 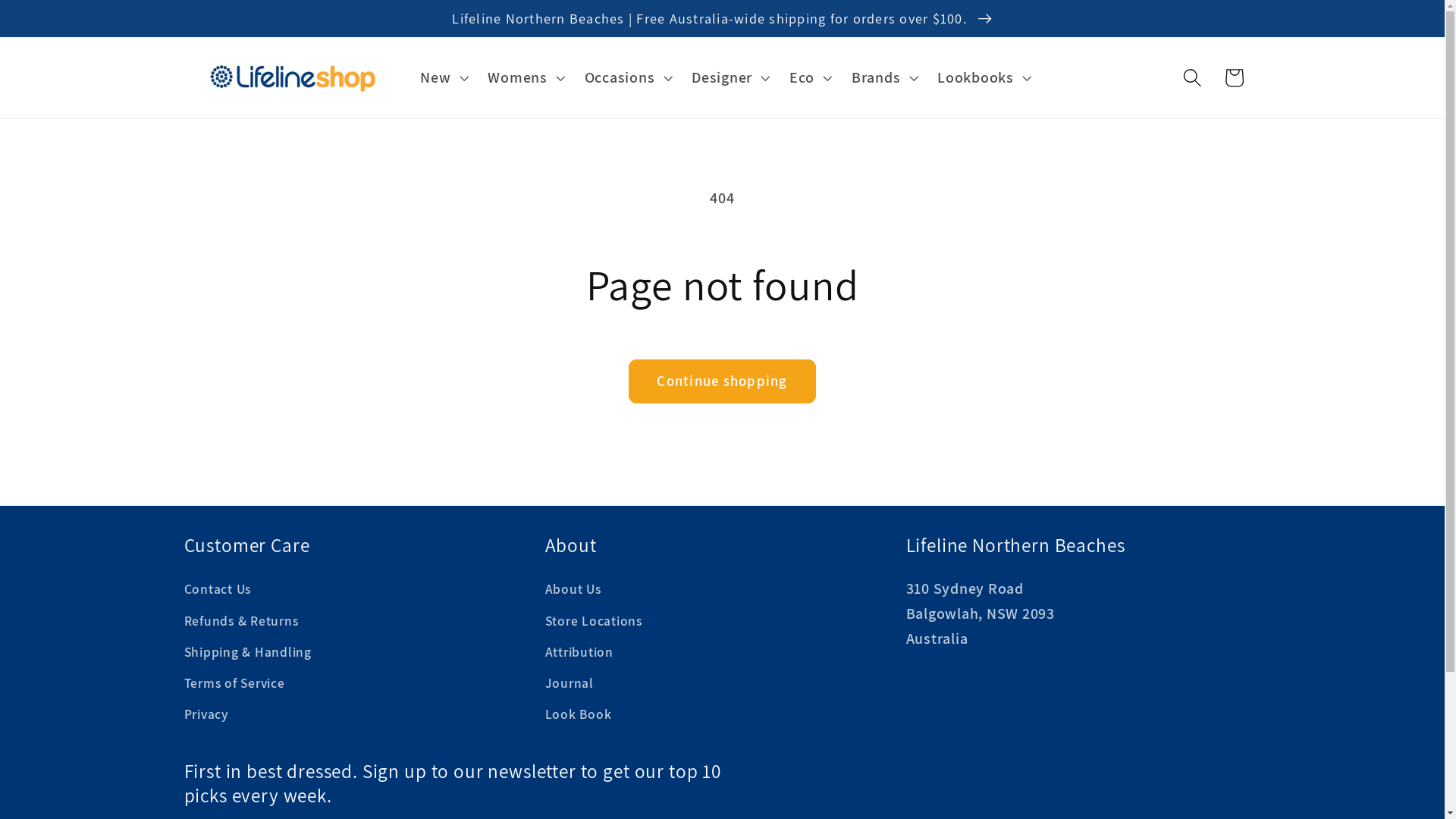 What do you see at coordinates (578, 651) in the screenshot?
I see `'Attribution'` at bounding box center [578, 651].